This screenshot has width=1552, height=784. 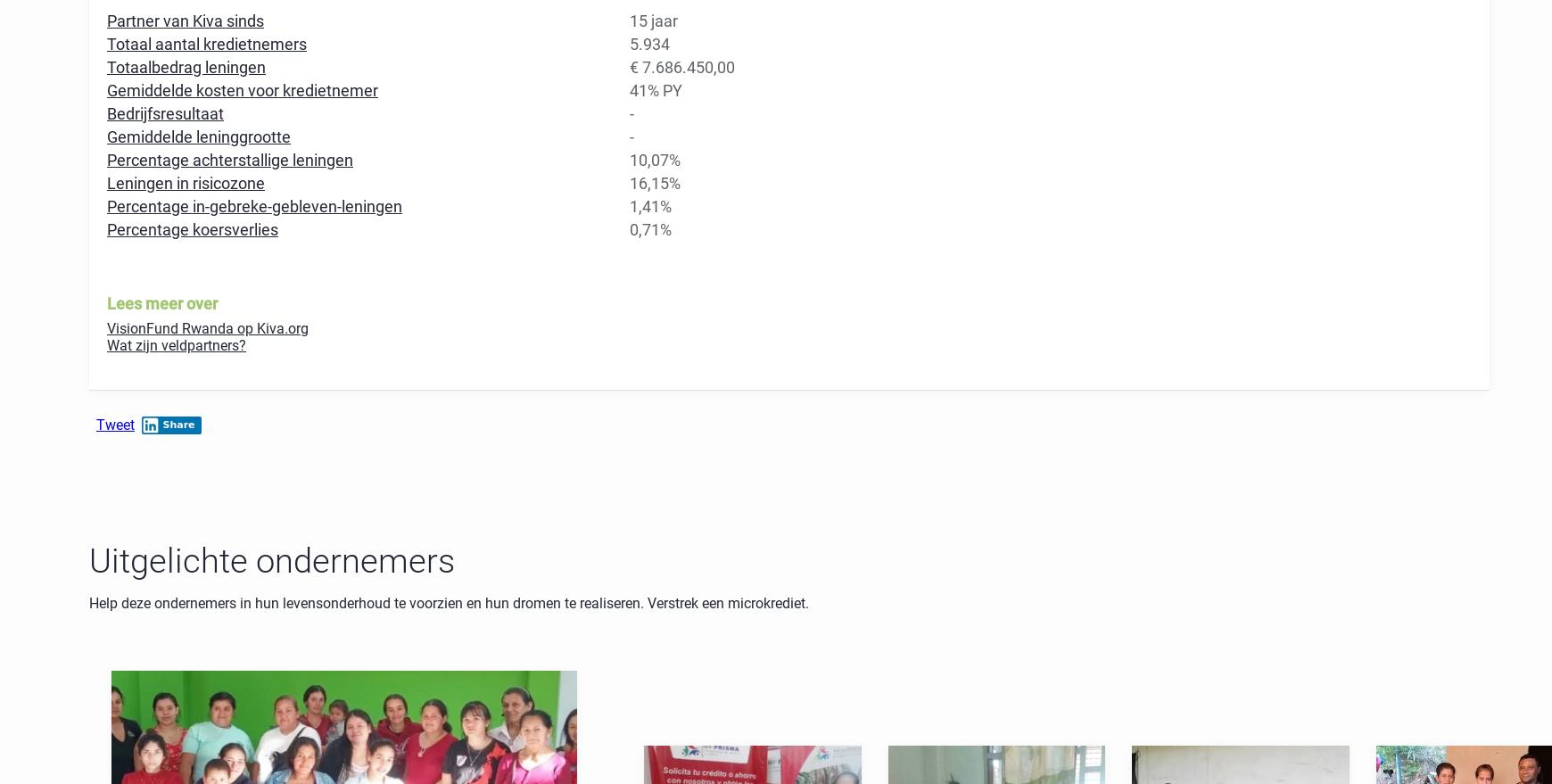 What do you see at coordinates (207, 327) in the screenshot?
I see `'VisionFund Rwanda op Kiva.org'` at bounding box center [207, 327].